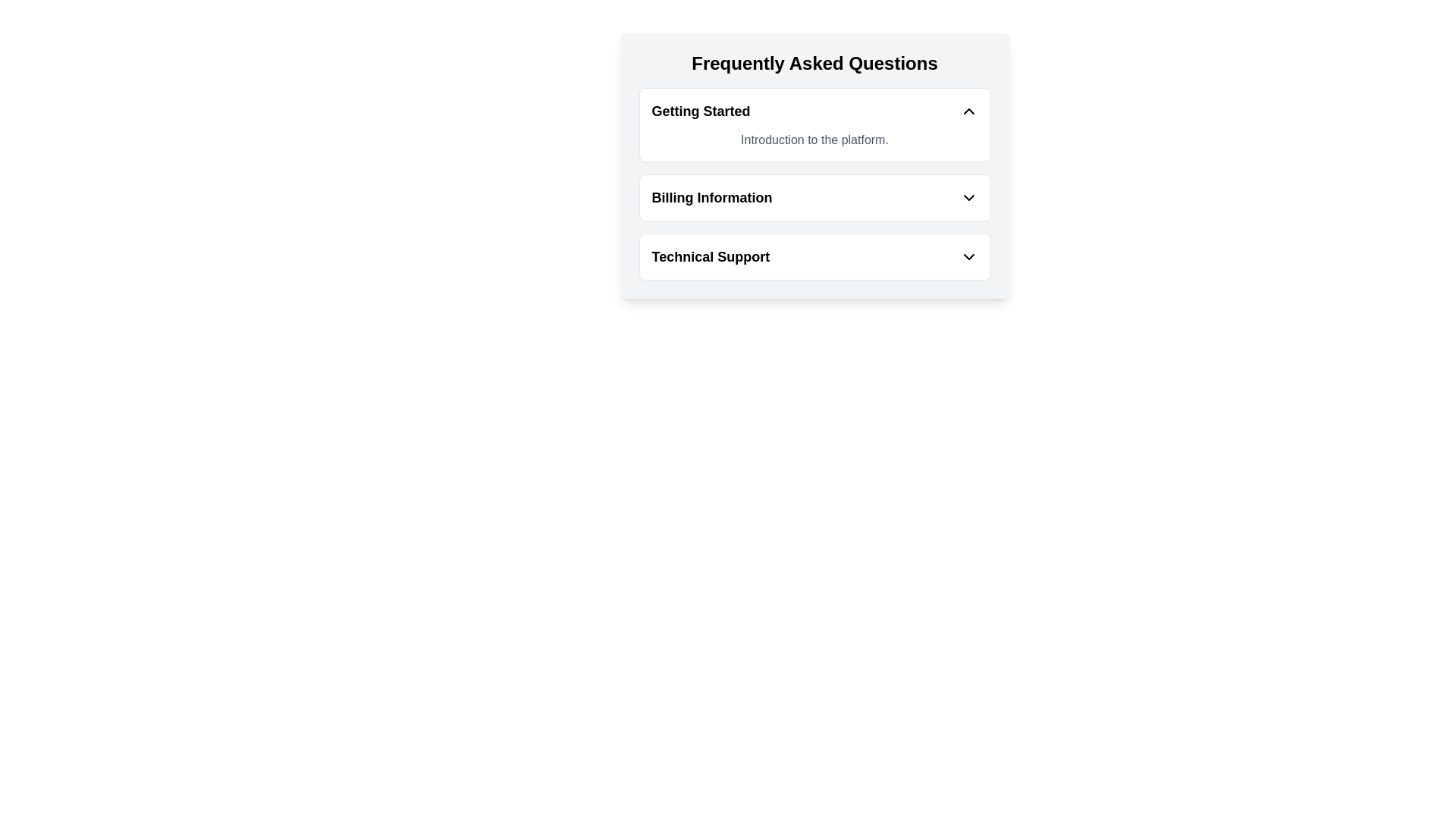 This screenshot has height=819, width=1456. I want to click on the title/header element that indicates the start of the 'Frequently Asked Questions' section, so click(814, 63).